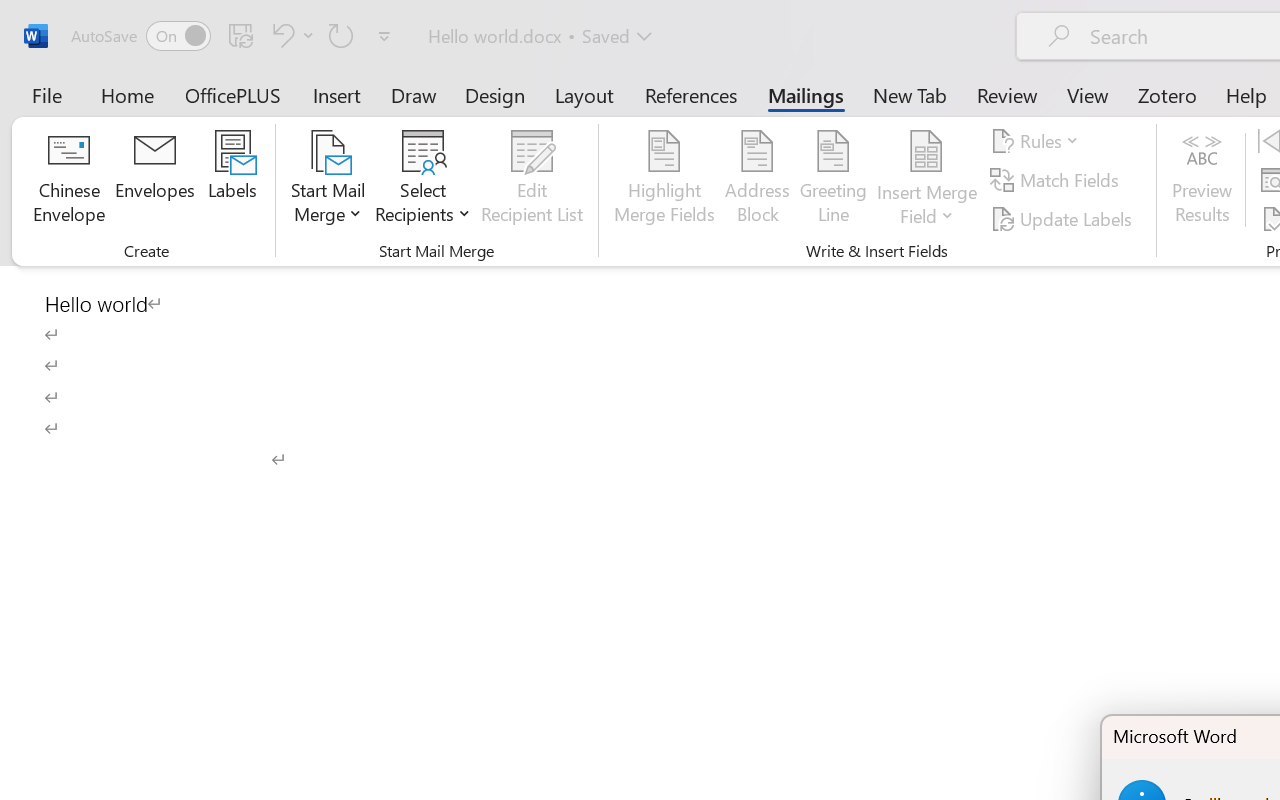 The image size is (1280, 800). I want to click on 'AutoSave', so click(139, 35).